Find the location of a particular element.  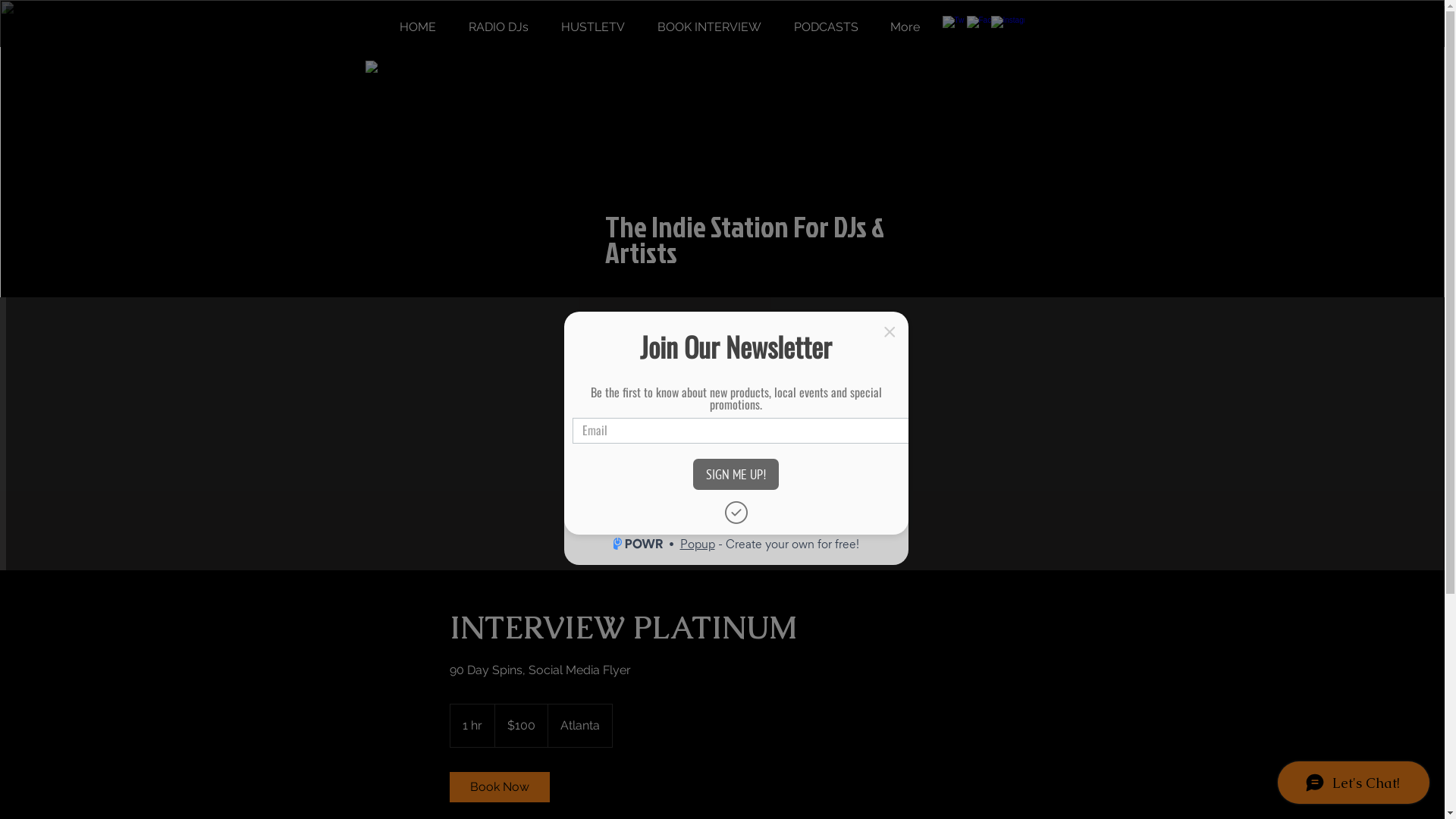

'PODCASTS' is located at coordinates (825, 27).